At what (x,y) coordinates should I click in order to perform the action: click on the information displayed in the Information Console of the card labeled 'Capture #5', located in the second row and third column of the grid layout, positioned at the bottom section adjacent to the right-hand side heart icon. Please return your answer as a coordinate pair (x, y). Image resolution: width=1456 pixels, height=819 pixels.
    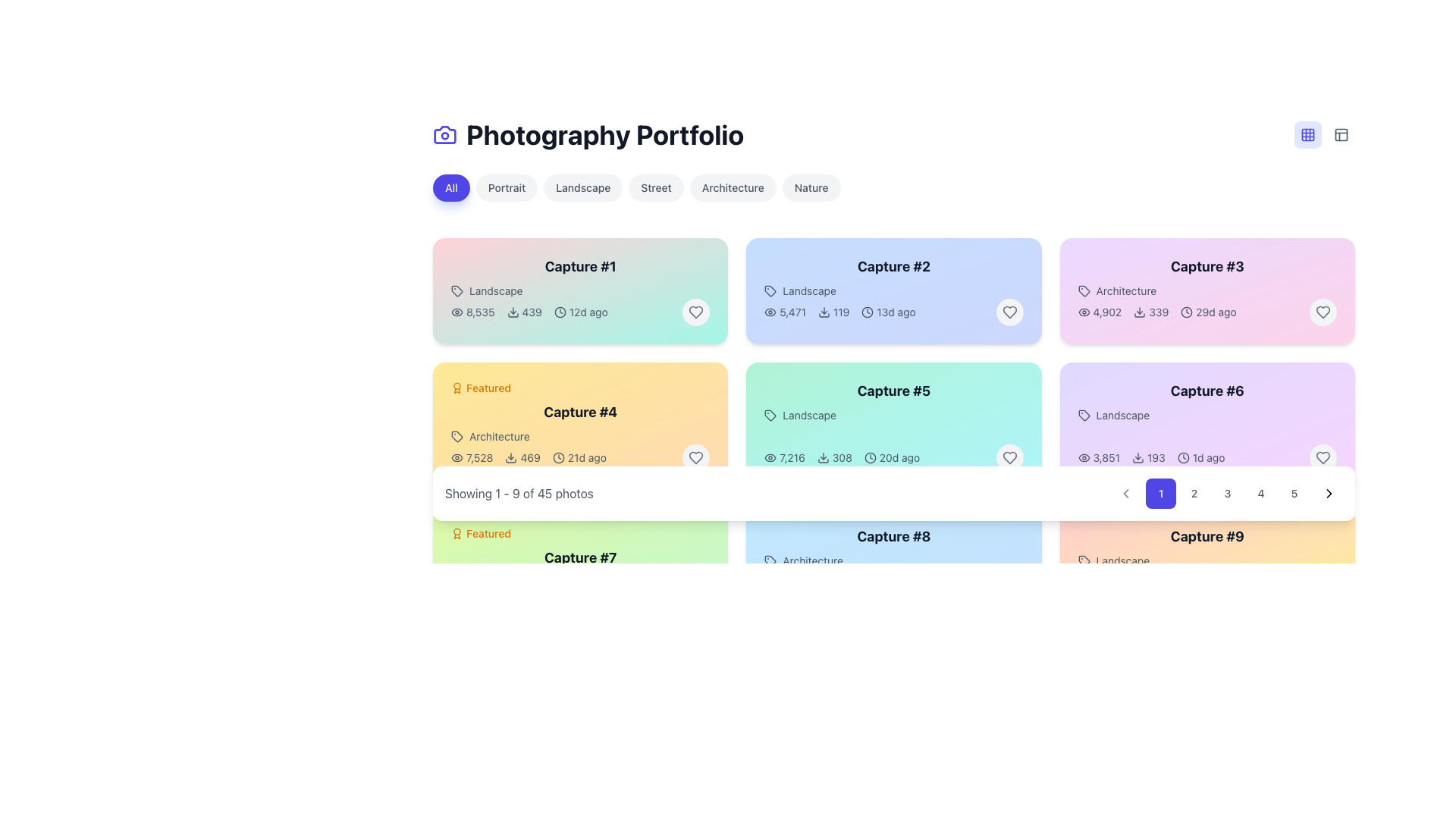
    Looking at the image, I should click on (894, 457).